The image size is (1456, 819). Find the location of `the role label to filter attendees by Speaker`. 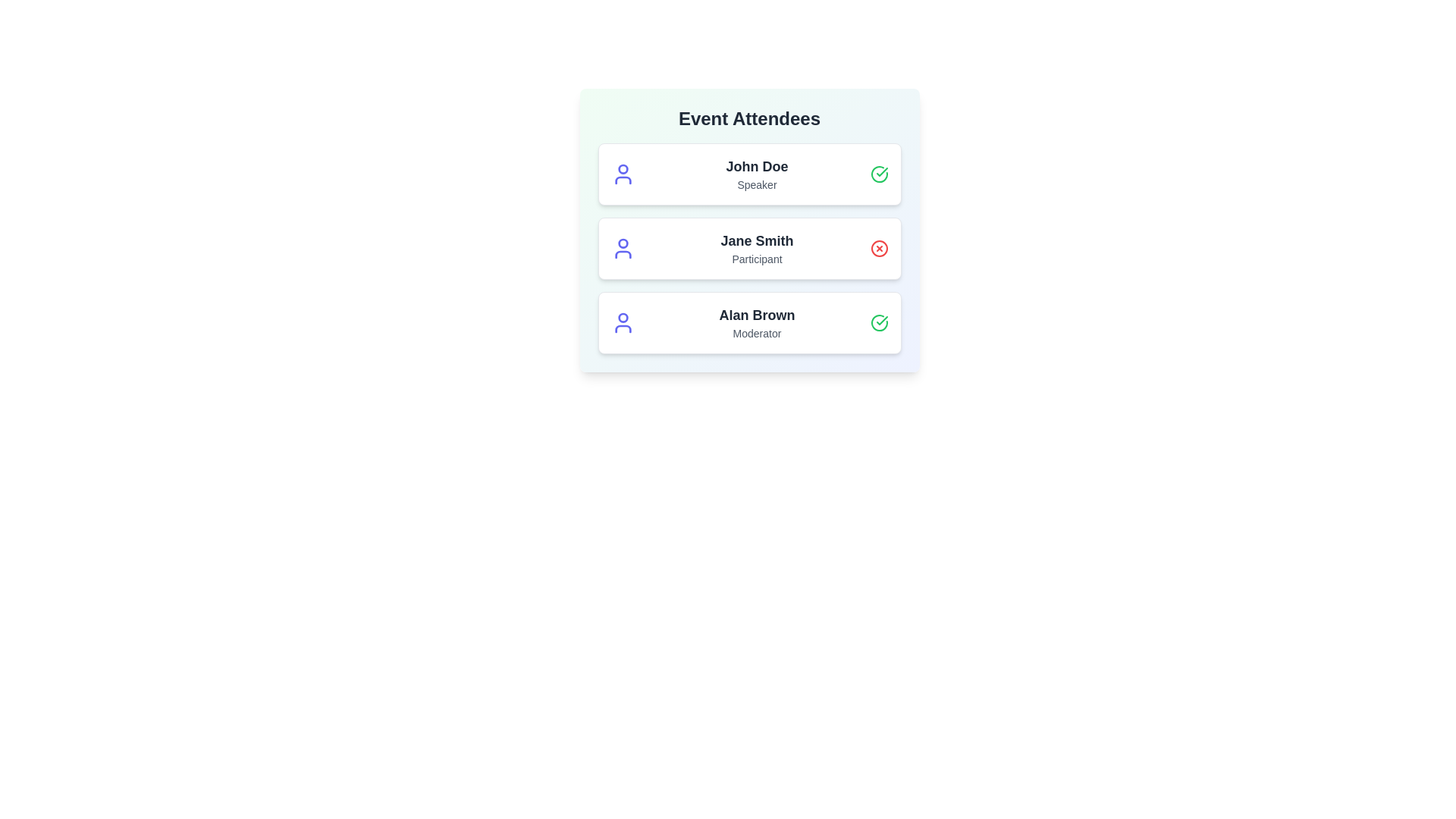

the role label to filter attendees by Speaker is located at coordinates (757, 184).